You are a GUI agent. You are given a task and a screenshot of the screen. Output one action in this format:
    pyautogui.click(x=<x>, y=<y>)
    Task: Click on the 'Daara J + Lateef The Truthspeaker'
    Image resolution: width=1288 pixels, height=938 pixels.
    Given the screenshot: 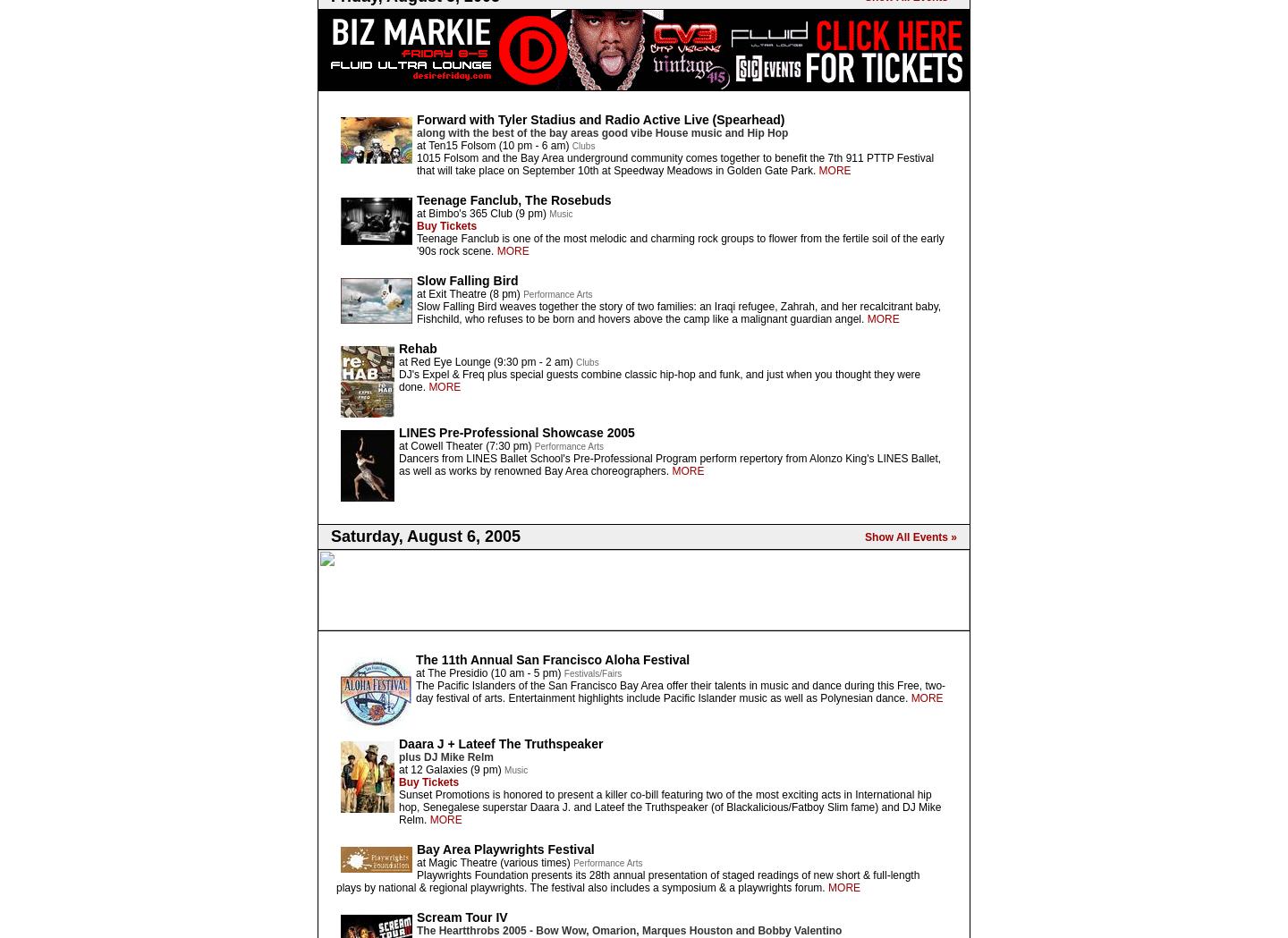 What is the action you would take?
    pyautogui.click(x=501, y=742)
    